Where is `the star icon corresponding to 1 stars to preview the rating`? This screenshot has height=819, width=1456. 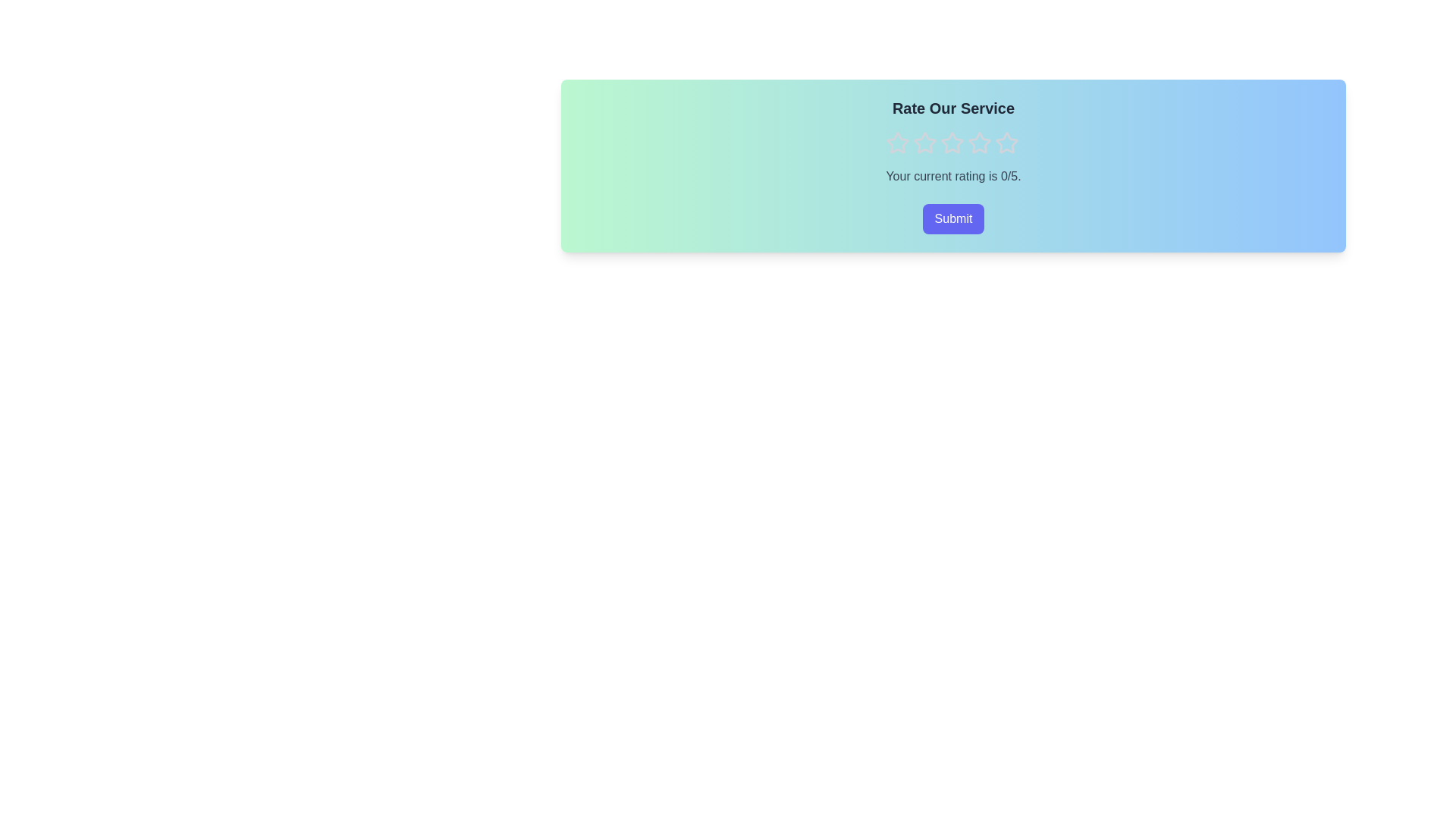 the star icon corresponding to 1 stars to preview the rating is located at coordinates (897, 143).